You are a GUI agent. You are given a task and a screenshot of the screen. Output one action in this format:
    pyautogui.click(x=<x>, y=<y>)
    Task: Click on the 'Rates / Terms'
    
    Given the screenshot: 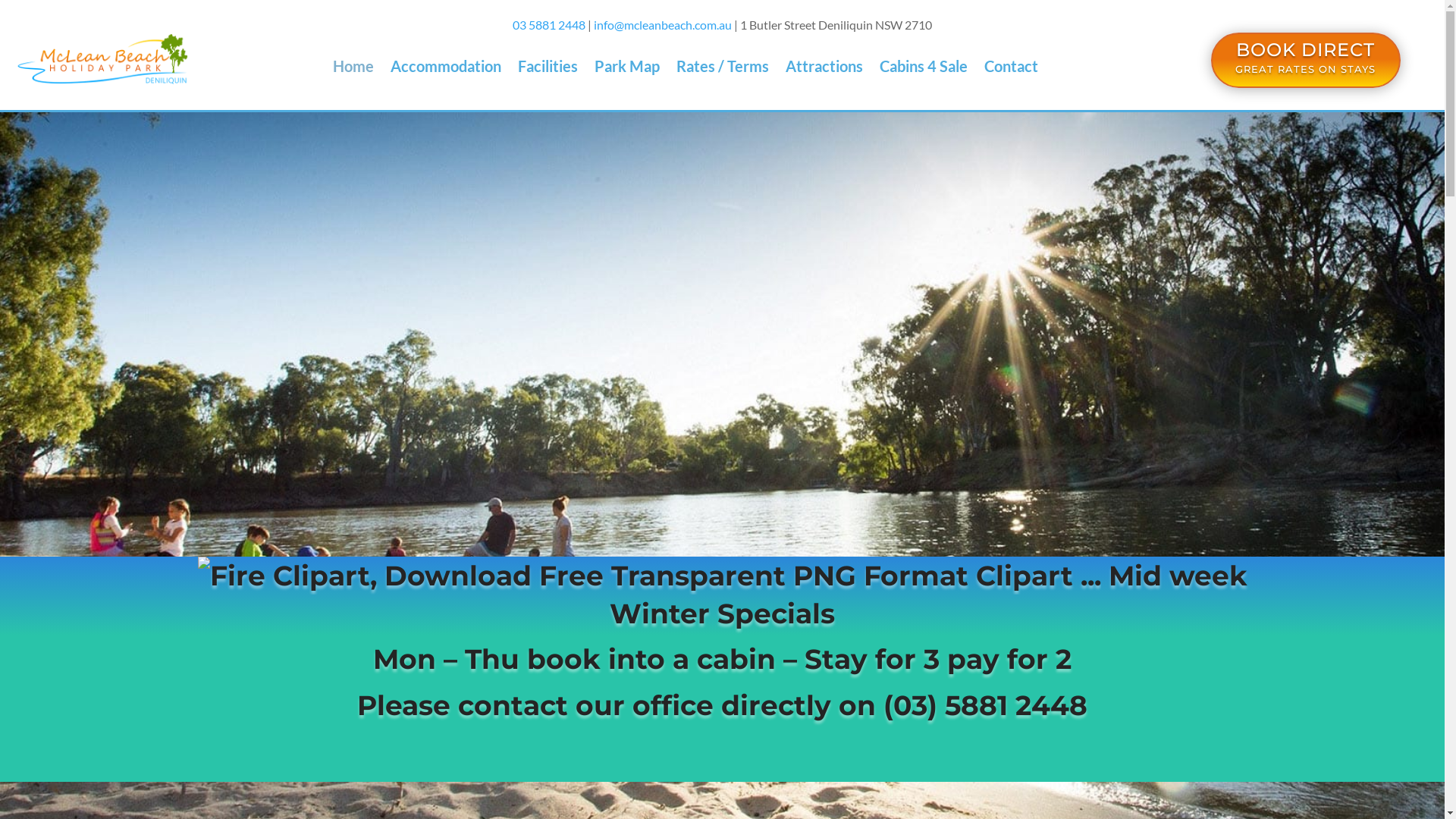 What is the action you would take?
    pyautogui.click(x=722, y=69)
    